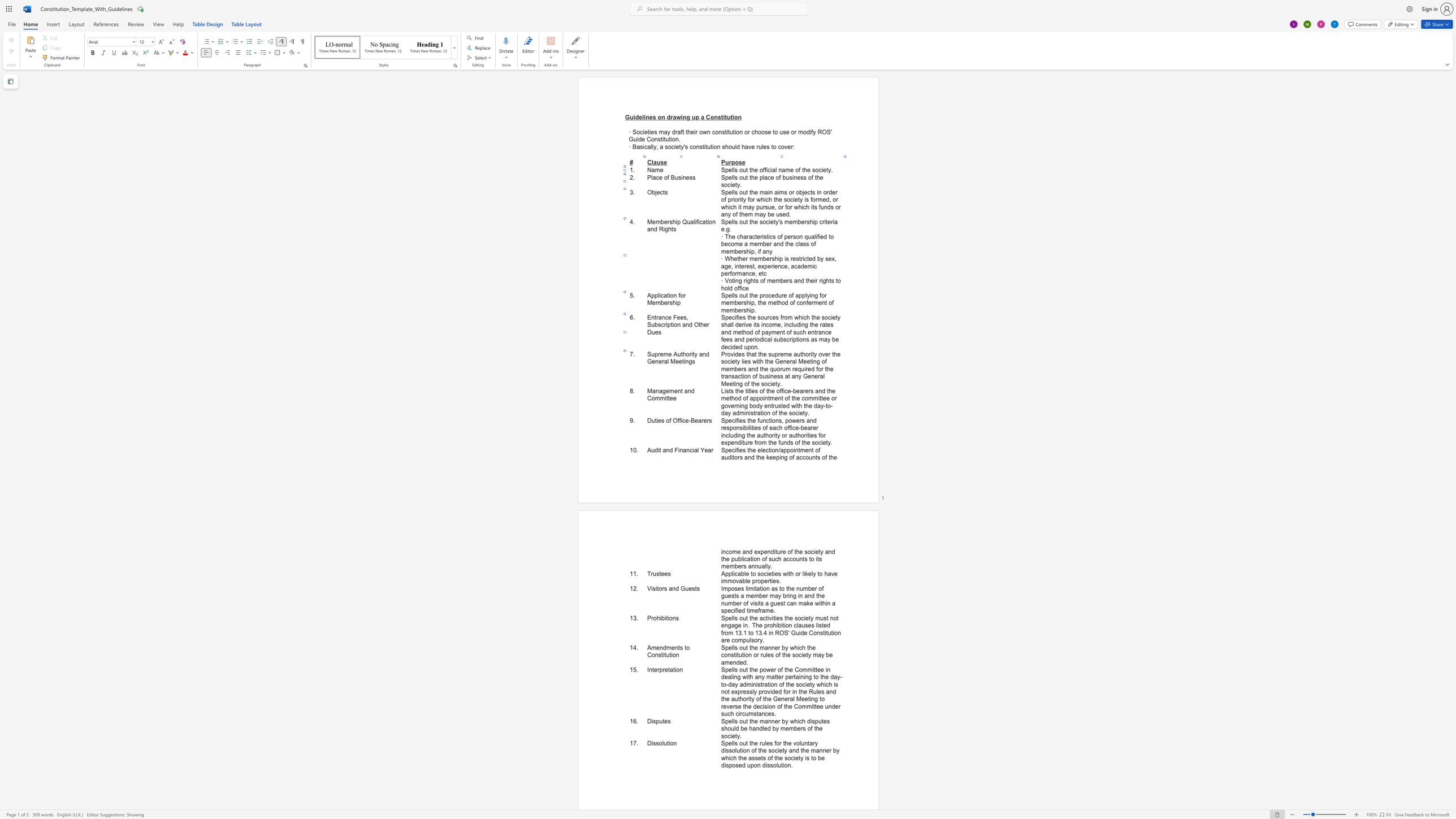 Image resolution: width=1456 pixels, height=819 pixels. What do you see at coordinates (679, 354) in the screenshot?
I see `the 2th character "u" in the text` at bounding box center [679, 354].